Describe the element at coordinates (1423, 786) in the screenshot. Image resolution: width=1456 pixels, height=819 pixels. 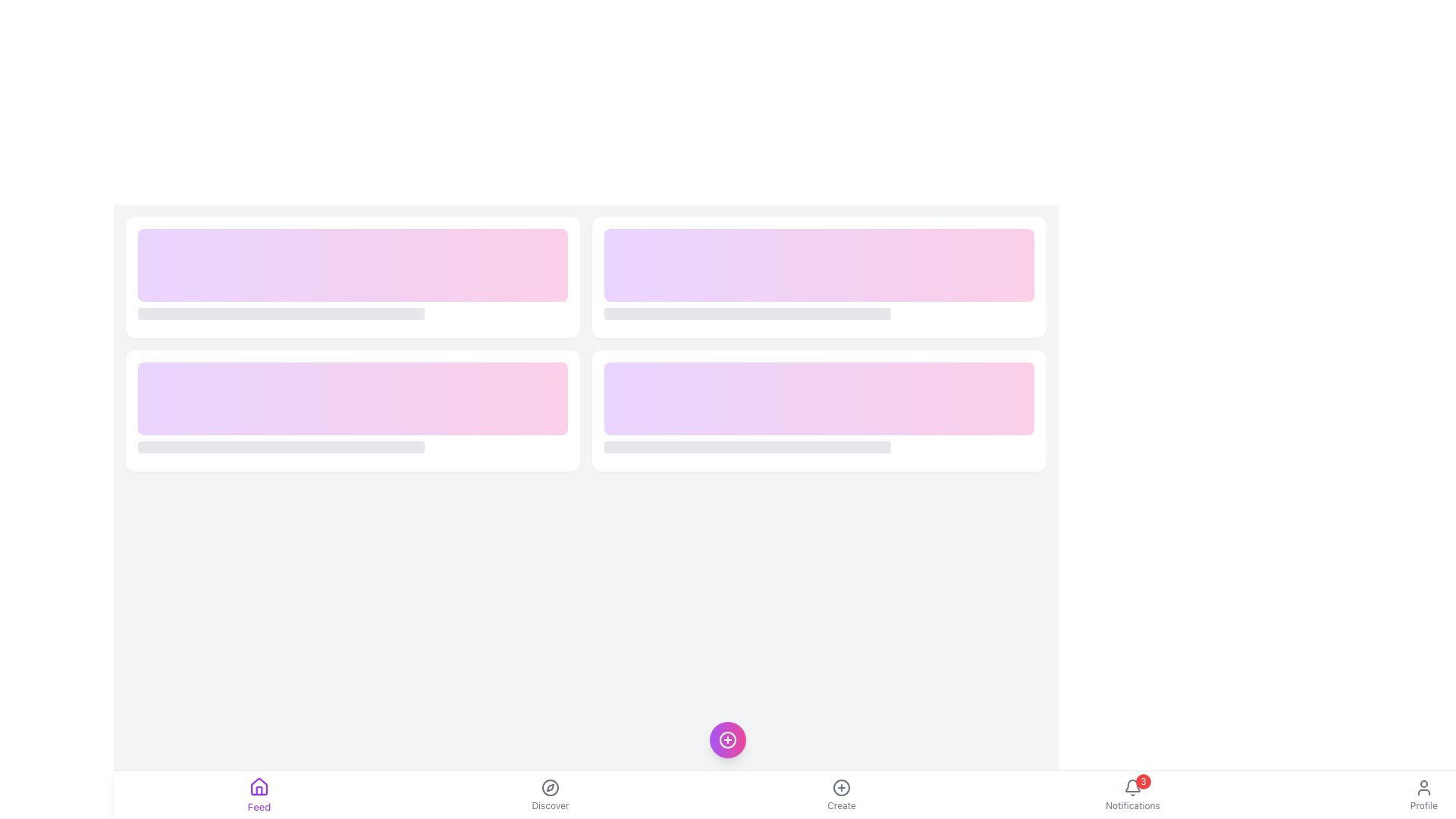
I see `the profile icon button located in the bottom navigation bar on the far right` at that location.